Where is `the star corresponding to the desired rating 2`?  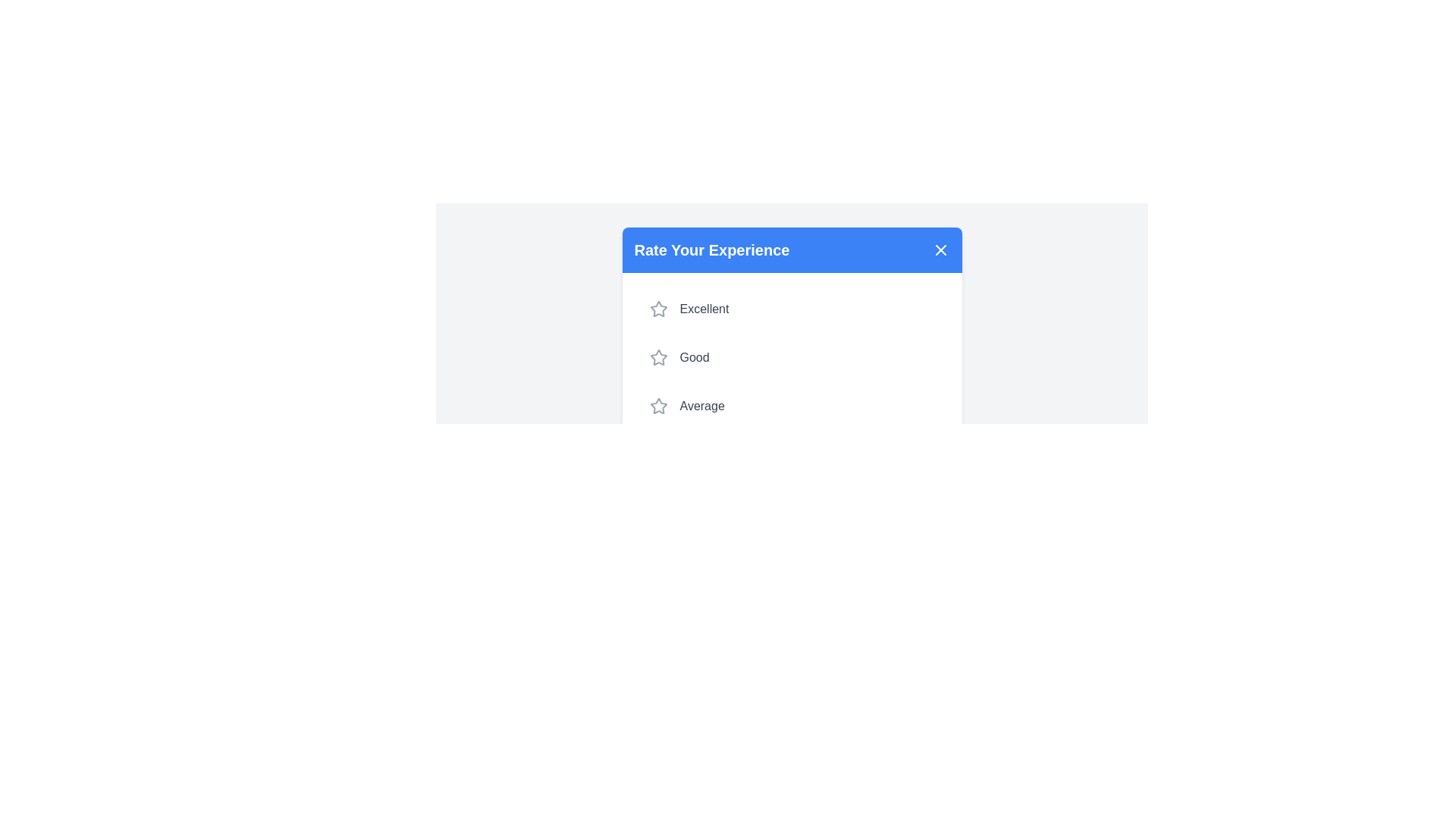
the star corresponding to the desired rating 2 is located at coordinates (658, 357).